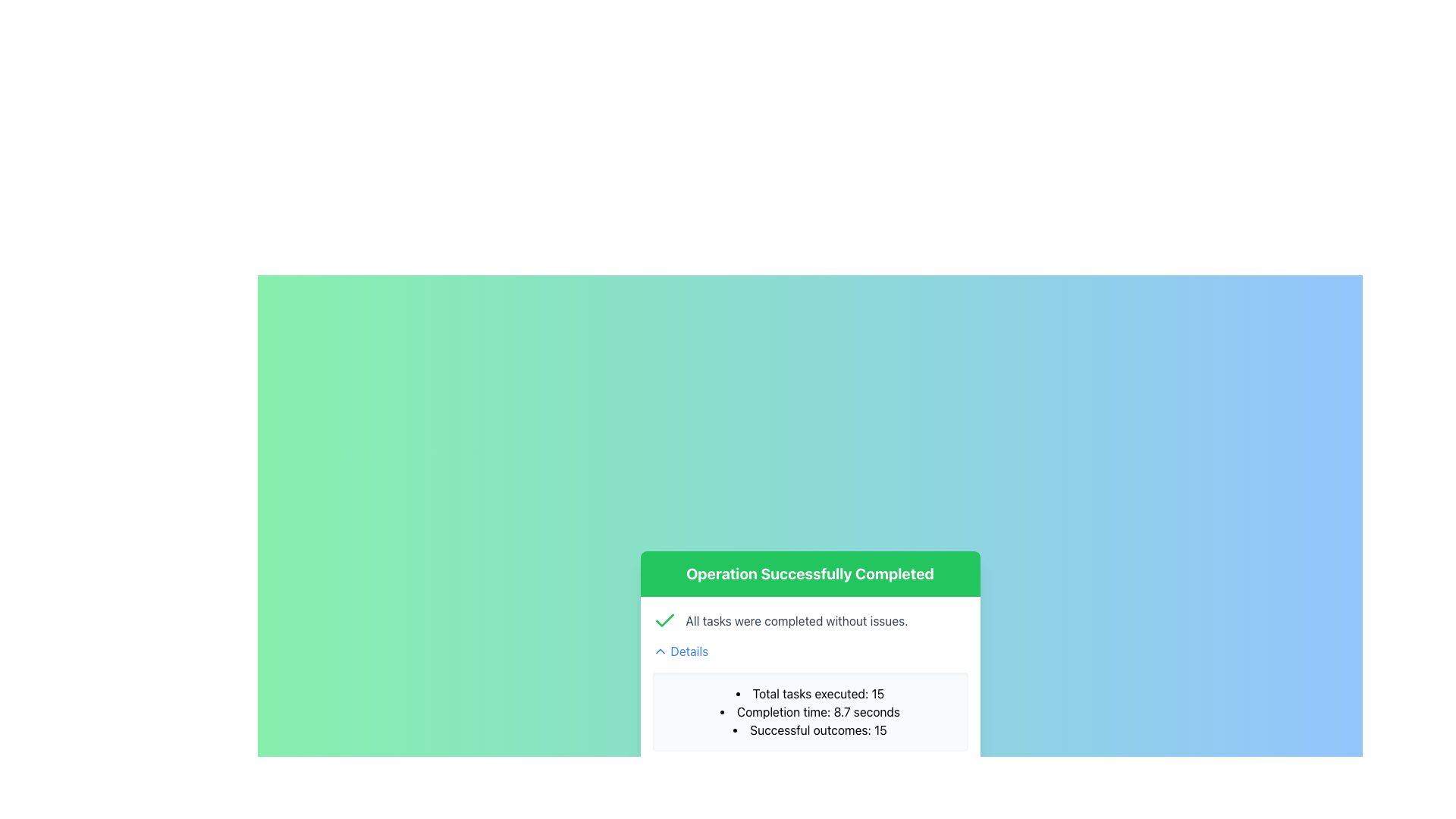  I want to click on the vibrant green checkmark icon located within the notification box that indicates success, positioned to the left of the text stating 'All tasks were completed without issues.', so click(664, 620).